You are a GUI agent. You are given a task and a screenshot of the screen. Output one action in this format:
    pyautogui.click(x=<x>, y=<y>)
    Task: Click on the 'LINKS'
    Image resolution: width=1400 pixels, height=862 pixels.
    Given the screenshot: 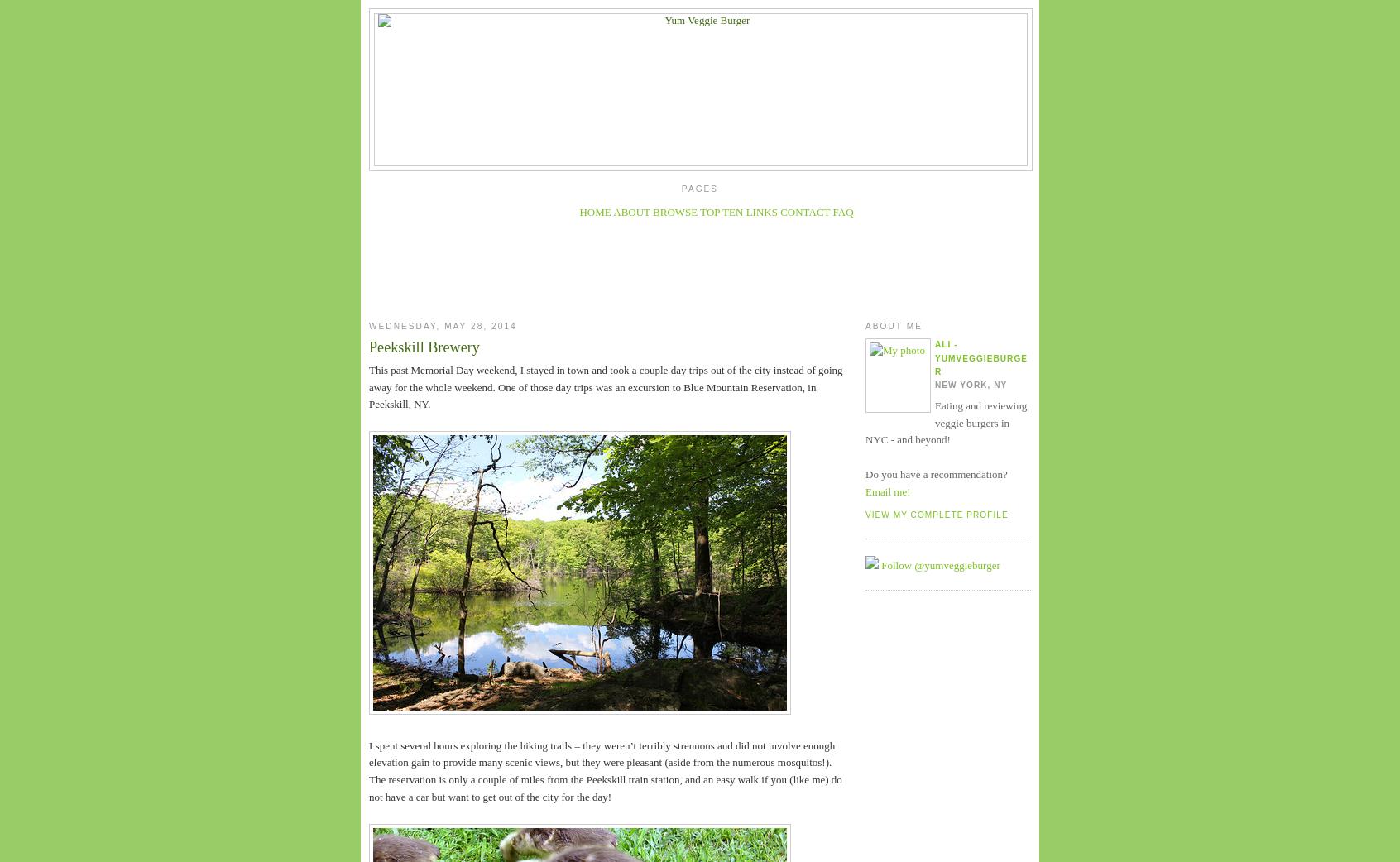 What is the action you would take?
    pyautogui.click(x=760, y=211)
    